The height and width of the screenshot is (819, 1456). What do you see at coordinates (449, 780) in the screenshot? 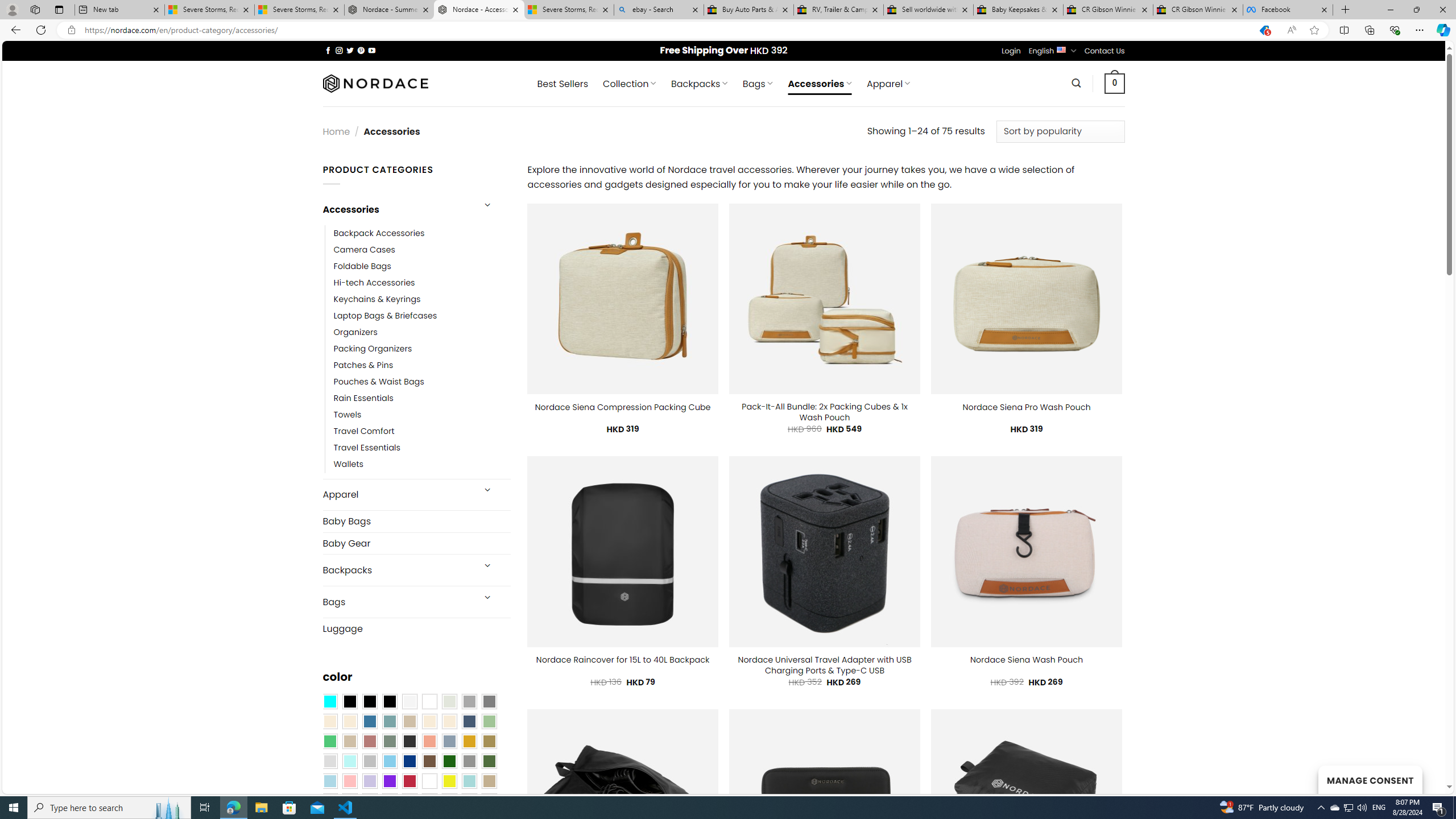
I see `'Yellow'` at bounding box center [449, 780].